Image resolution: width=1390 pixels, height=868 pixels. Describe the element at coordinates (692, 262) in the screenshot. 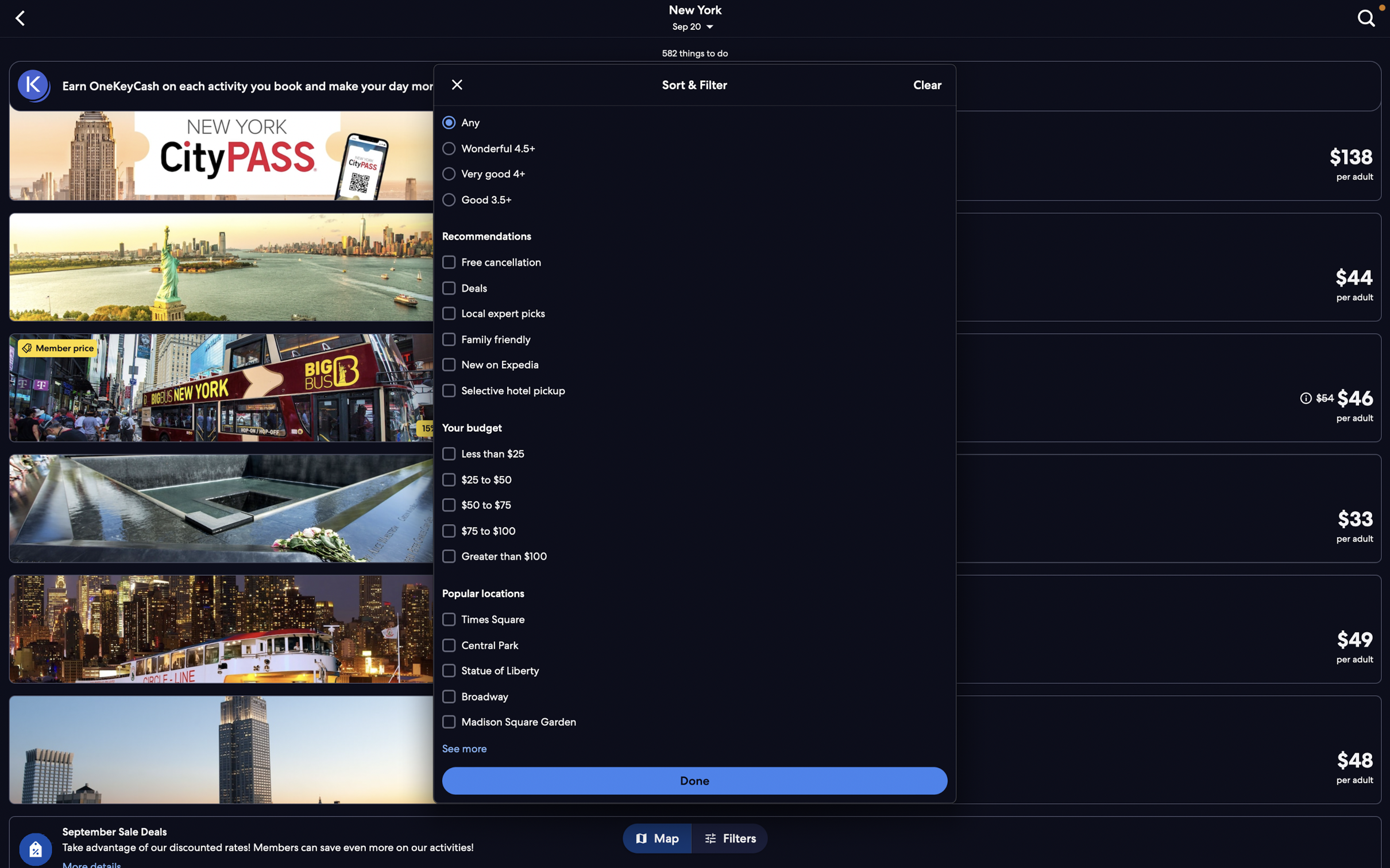

I see `free cancellation and family friendly places` at that location.